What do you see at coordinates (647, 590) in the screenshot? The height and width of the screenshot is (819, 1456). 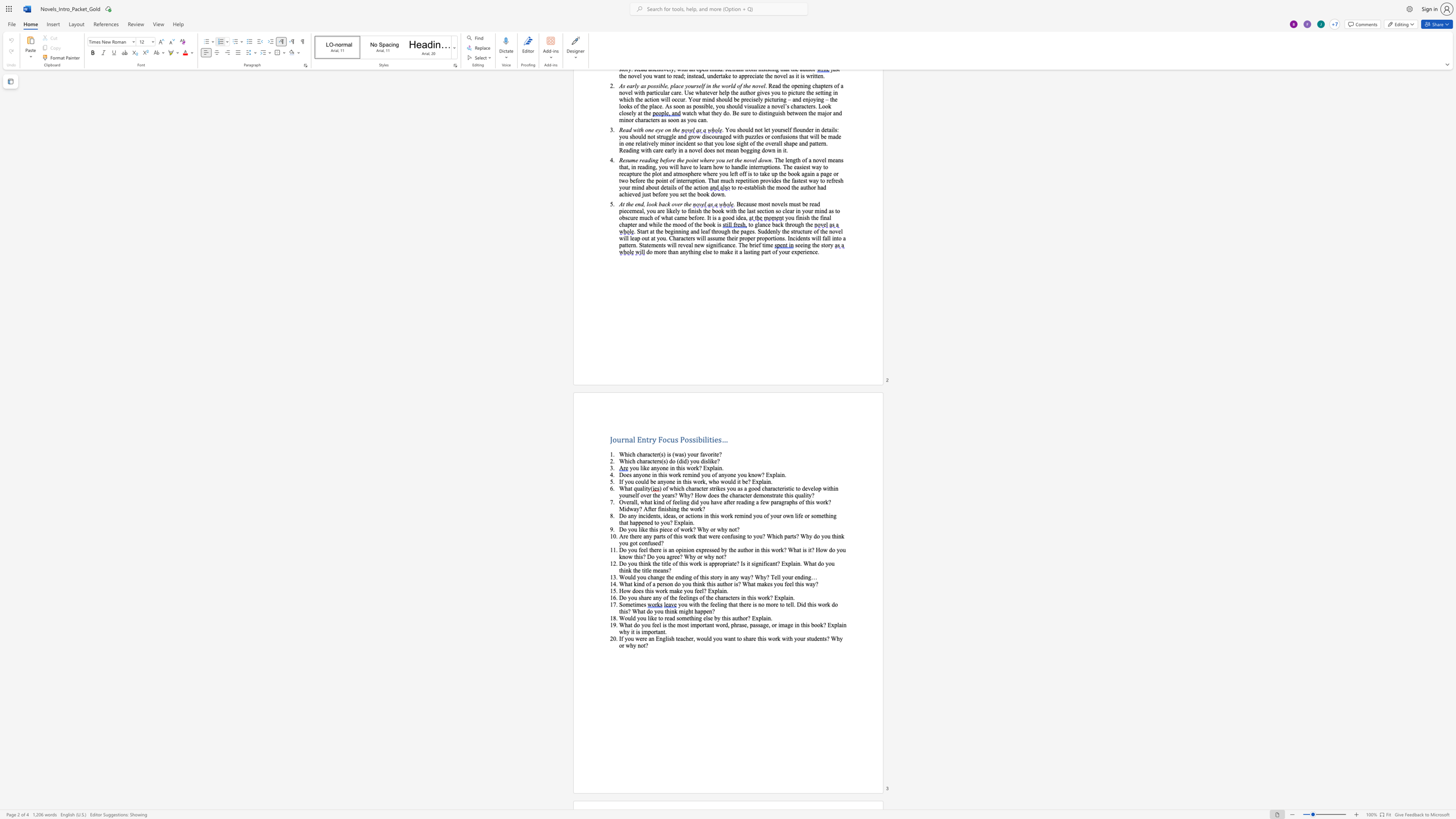 I see `the space between the continuous character "t" and "h" in the text` at bounding box center [647, 590].